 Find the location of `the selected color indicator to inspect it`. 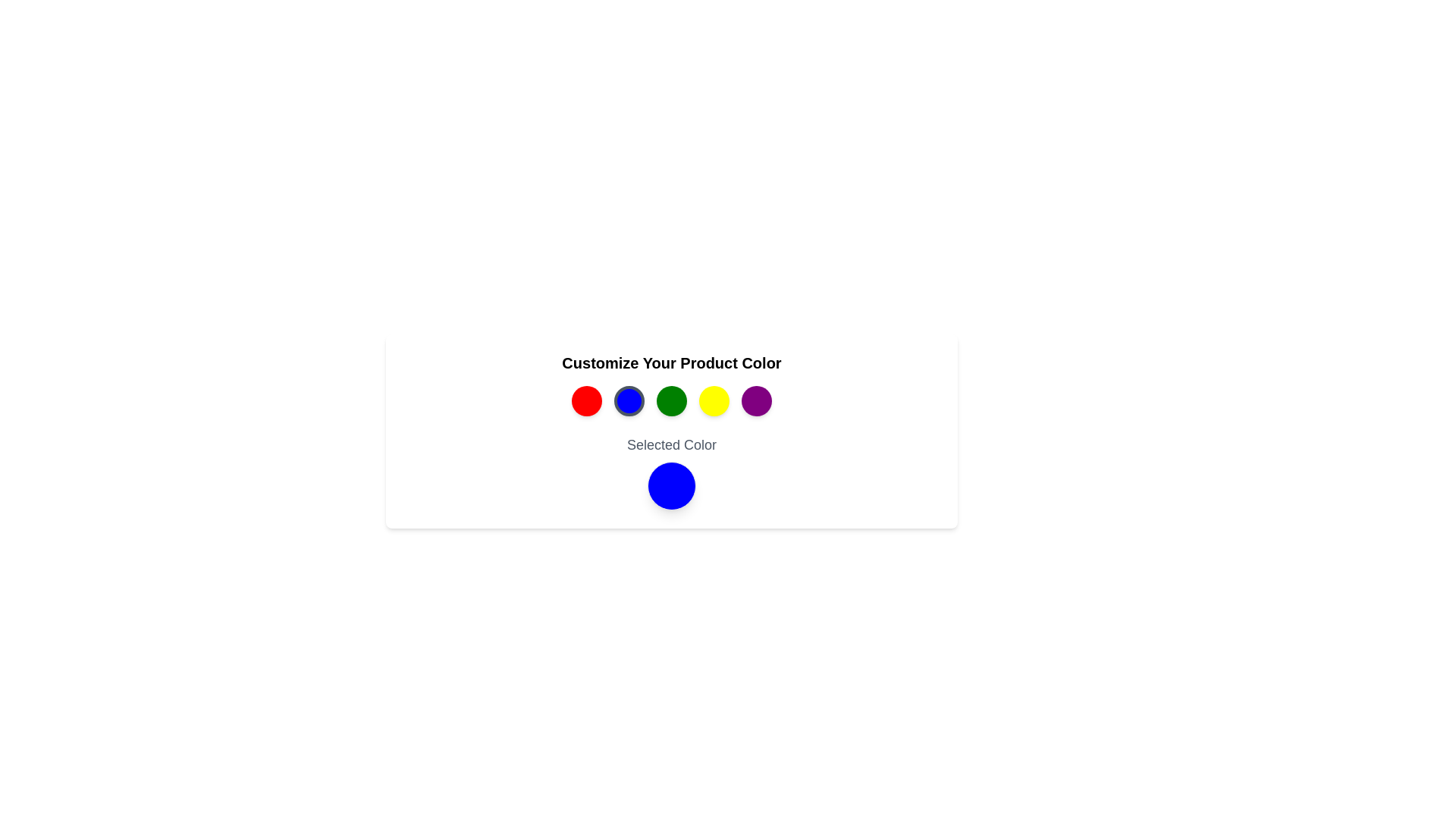

the selected color indicator to inspect it is located at coordinates (671, 485).